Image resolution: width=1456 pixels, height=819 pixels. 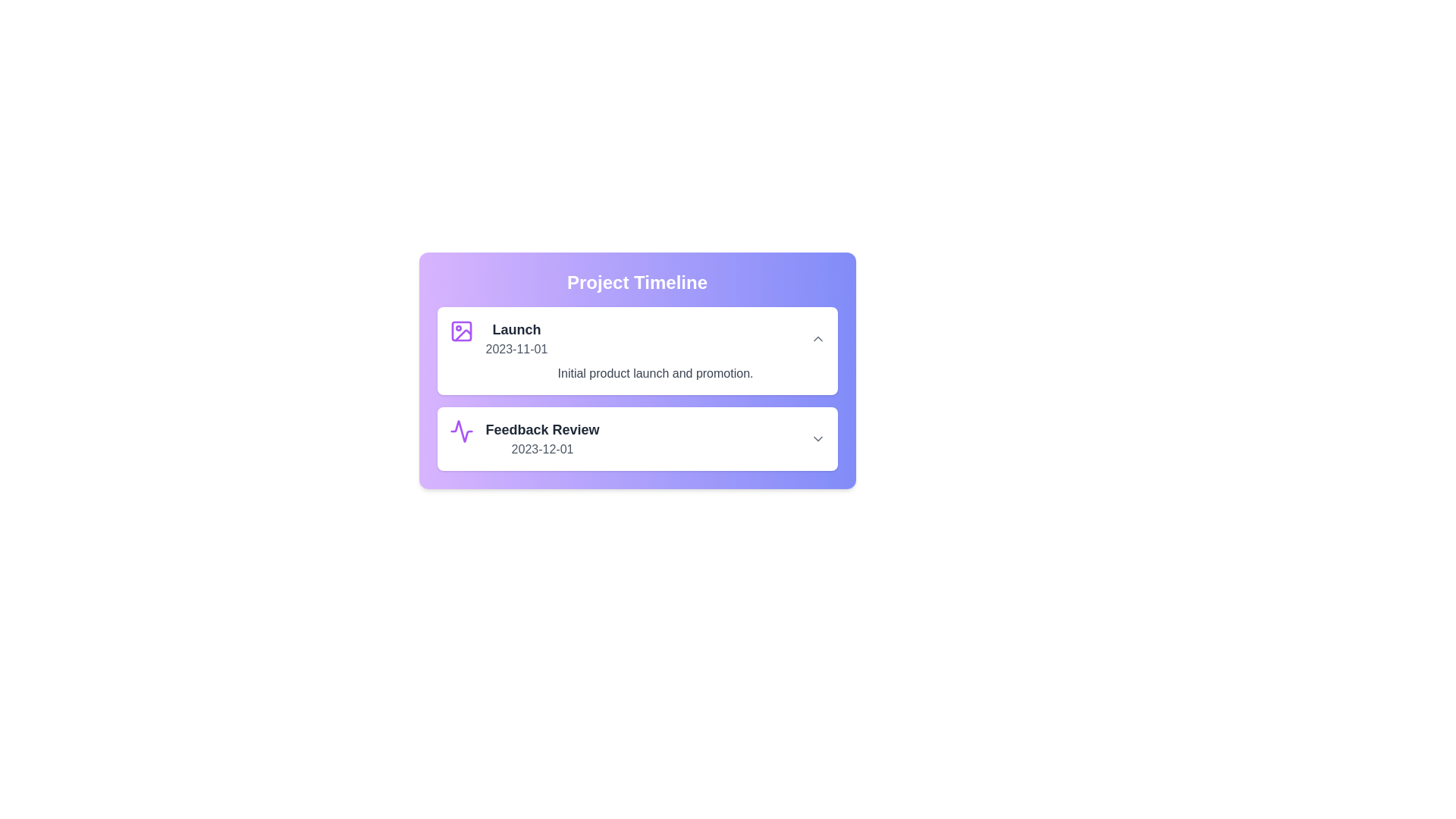 I want to click on the text label for the timeline entry titled 'Launch', which is positioned directly above the date '2023-11-01', so click(x=516, y=329).